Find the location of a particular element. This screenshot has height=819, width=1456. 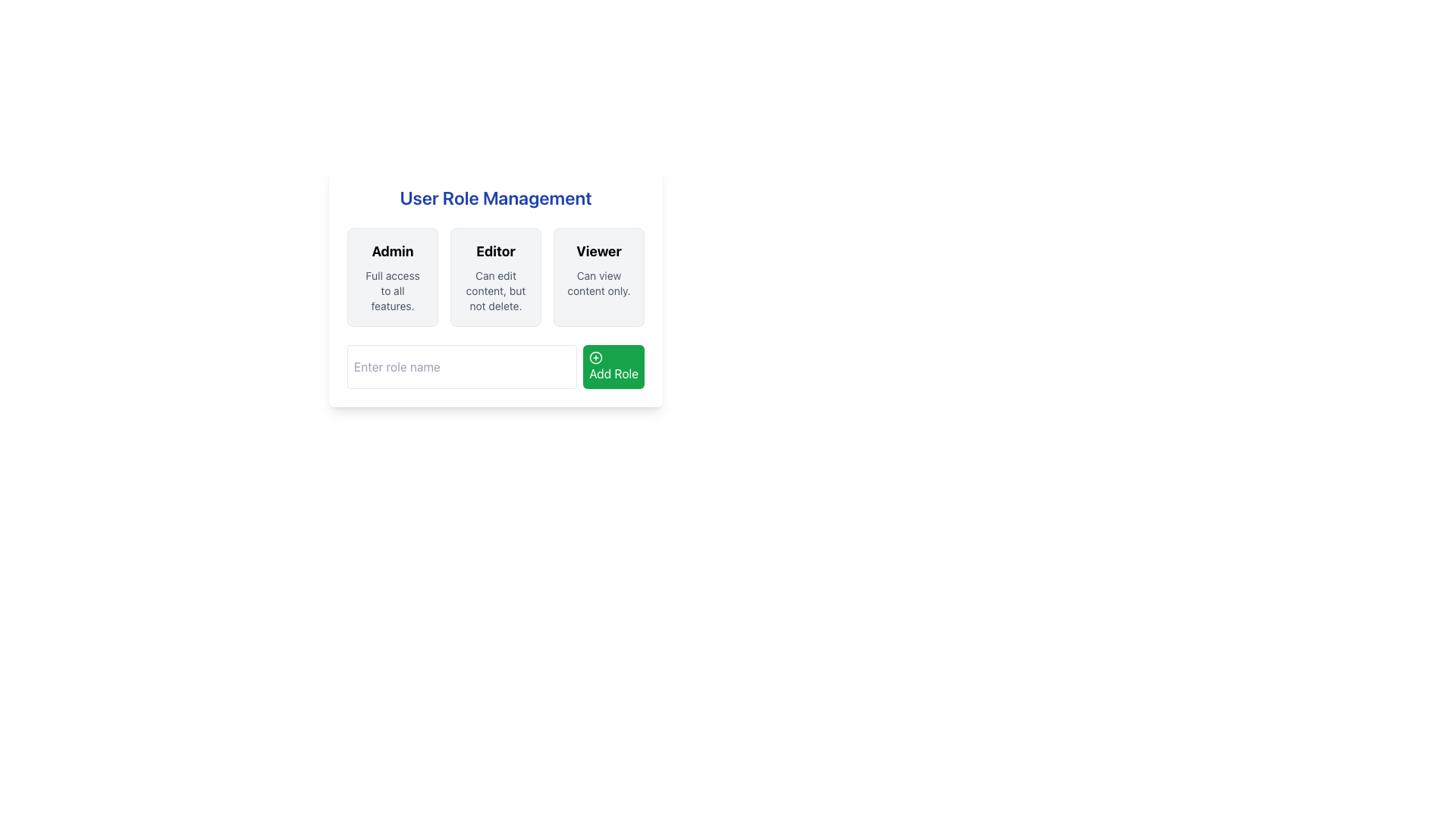

the 'Viewer' text label, which identifies the user role and is part of the rectangular box labeled 'Viewer - Can view content only.' is located at coordinates (598, 250).